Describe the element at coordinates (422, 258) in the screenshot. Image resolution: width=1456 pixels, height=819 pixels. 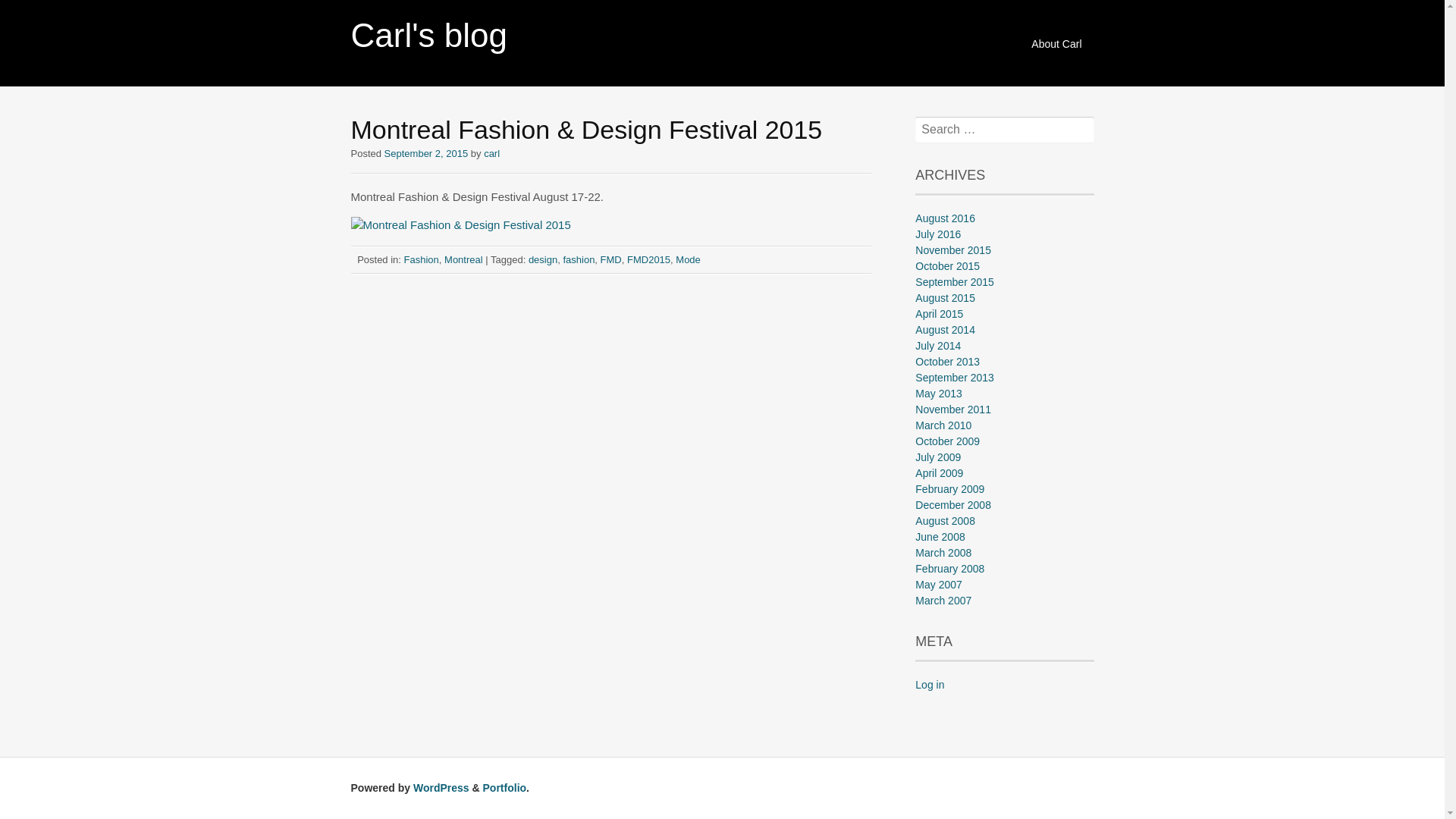
I see `'Fashion'` at that location.